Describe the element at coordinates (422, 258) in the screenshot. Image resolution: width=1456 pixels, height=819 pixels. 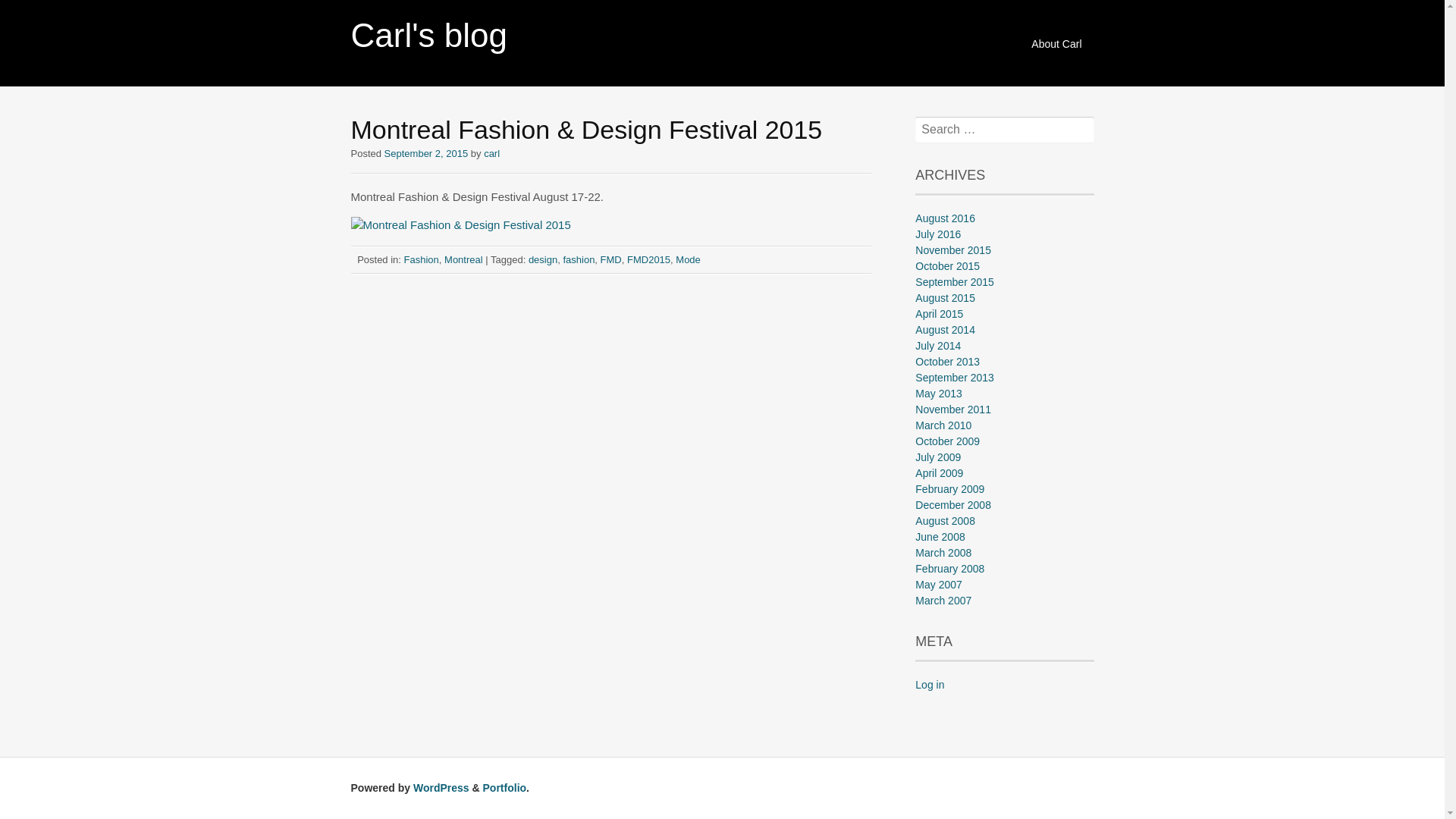
I see `'Fashion'` at that location.